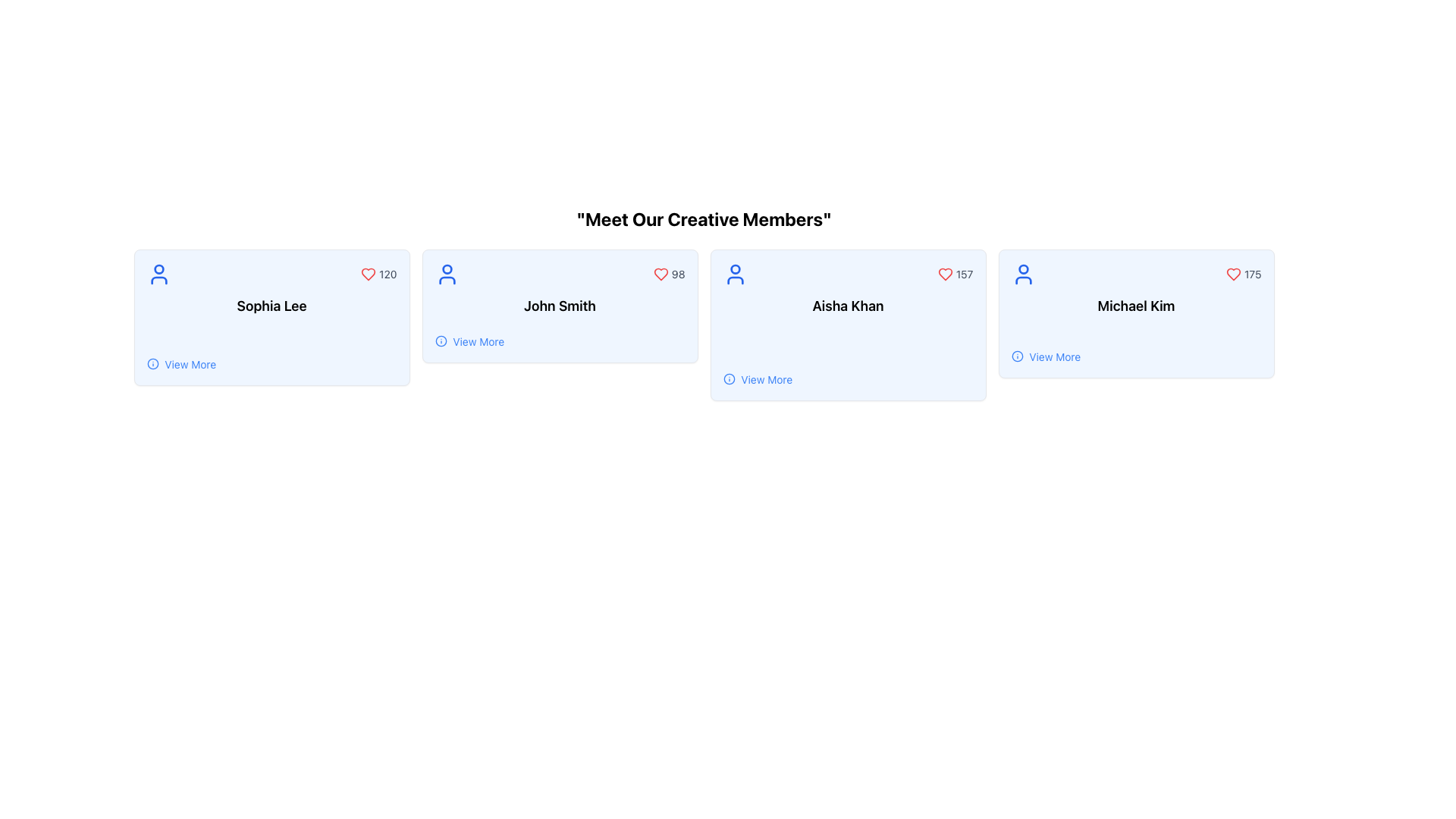 This screenshot has height=819, width=1456. I want to click on the hyperlink with the associated icon located in the bottom-left corner of the card labeled 'Aisha Khan', so click(758, 378).